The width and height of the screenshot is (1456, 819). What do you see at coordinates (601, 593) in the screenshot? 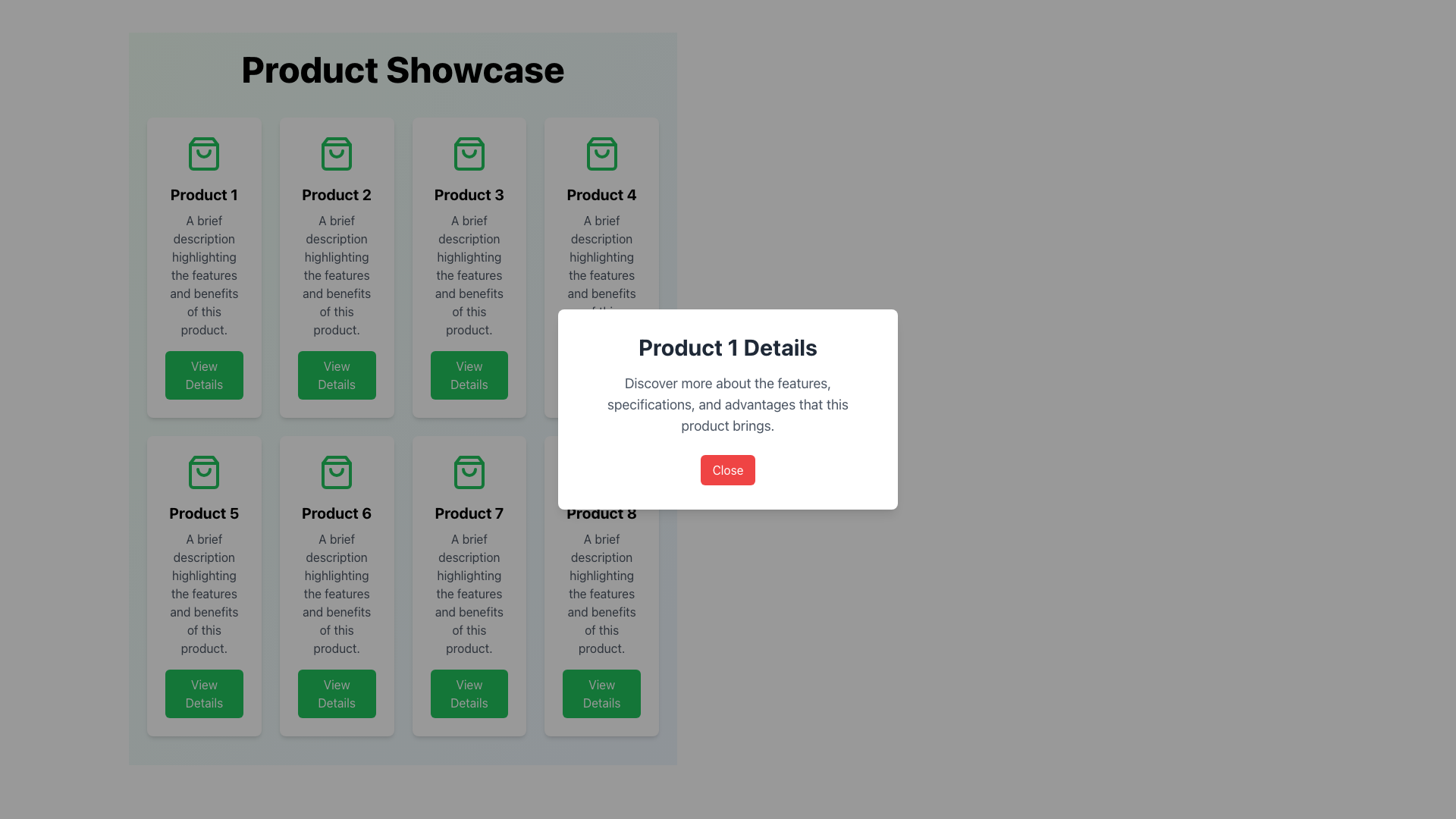
I see `the informational text block located within the card for 'Product 8', positioned below the title and above the 'View Details' button` at bounding box center [601, 593].